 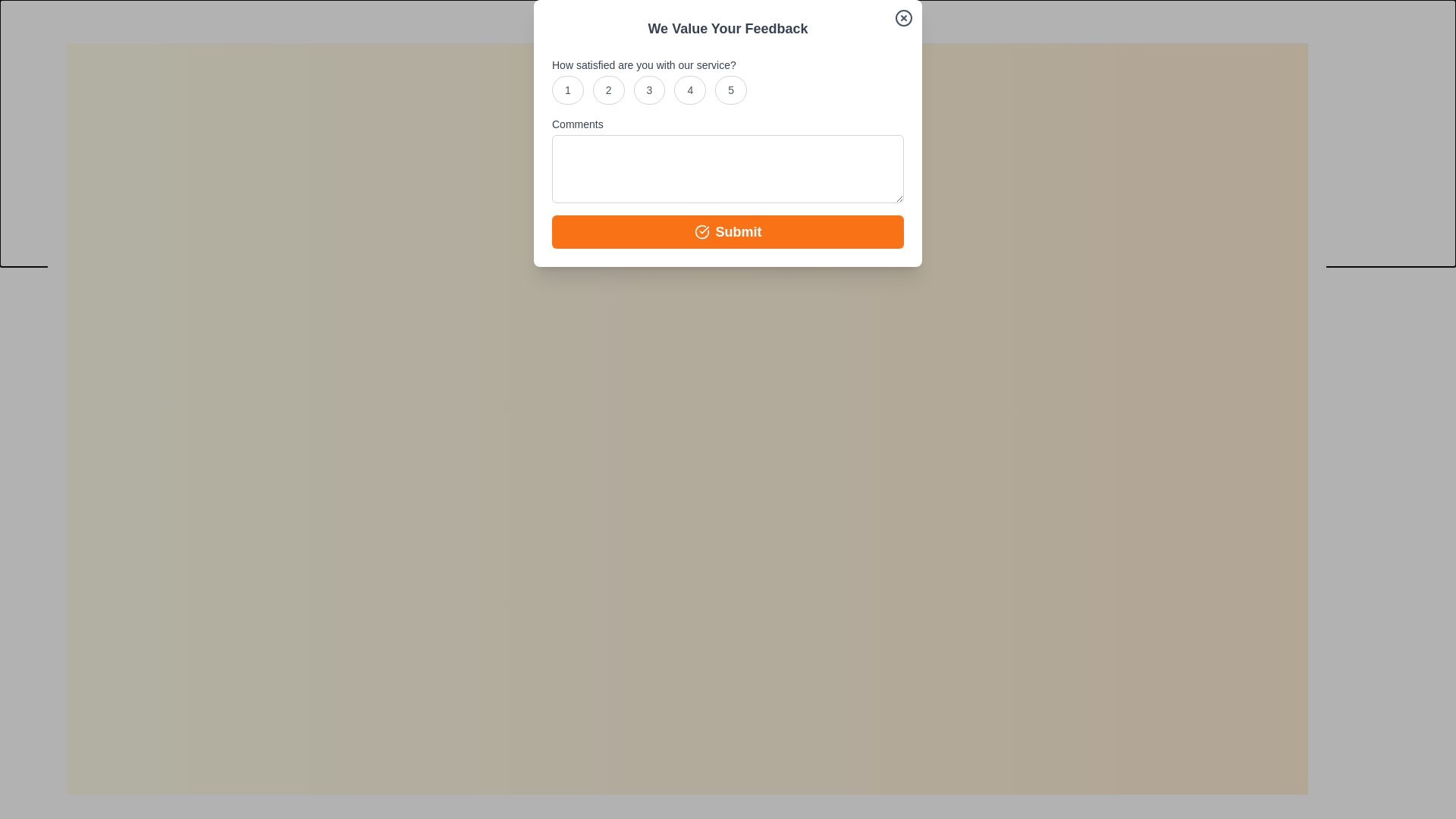 I want to click on the close button in the top-right corner of the dialog to close it, so click(x=1310, y=39).